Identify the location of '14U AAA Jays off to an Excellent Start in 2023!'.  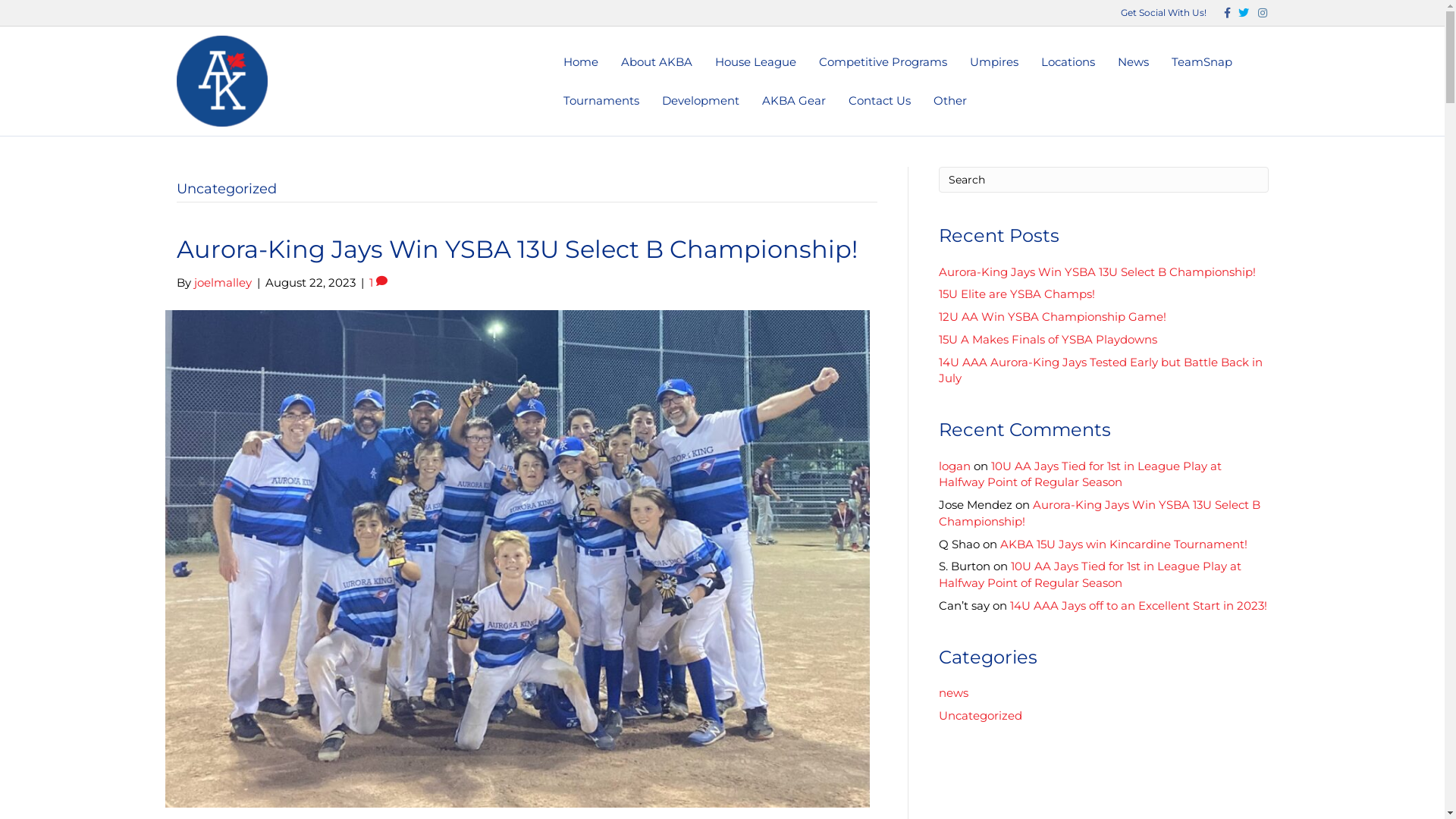
(1138, 604).